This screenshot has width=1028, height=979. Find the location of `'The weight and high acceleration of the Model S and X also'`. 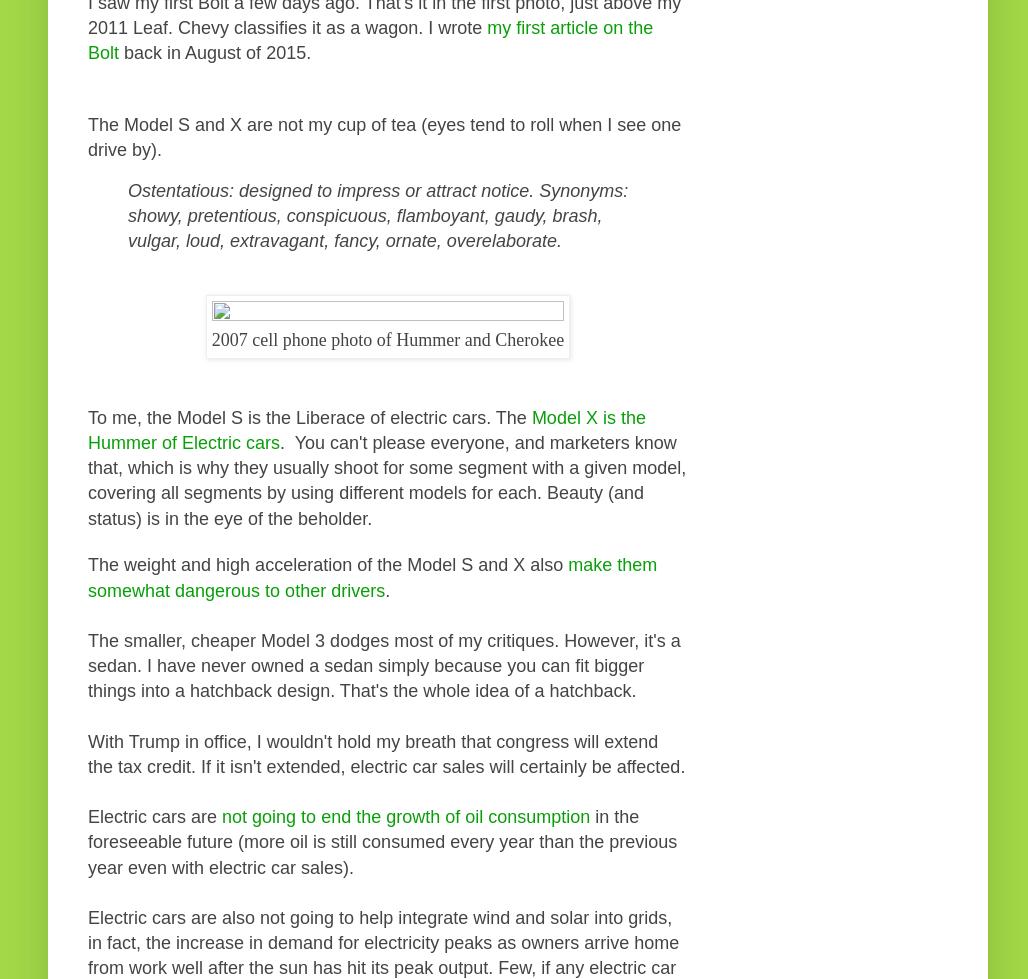

'The weight and high acceleration of the Model S and X also' is located at coordinates (327, 563).